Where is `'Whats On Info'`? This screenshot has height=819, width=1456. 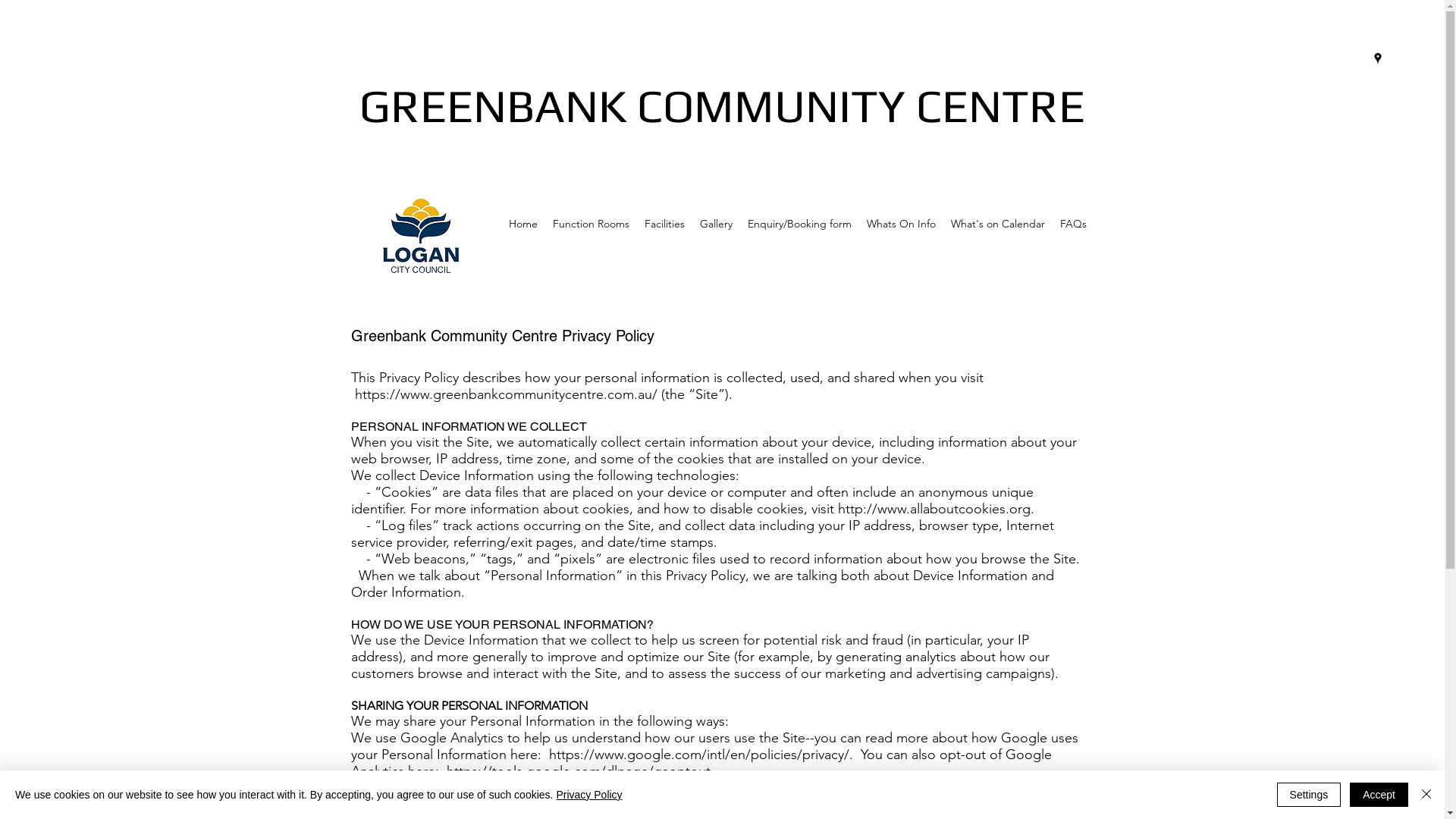
'Whats On Info' is located at coordinates (858, 223).